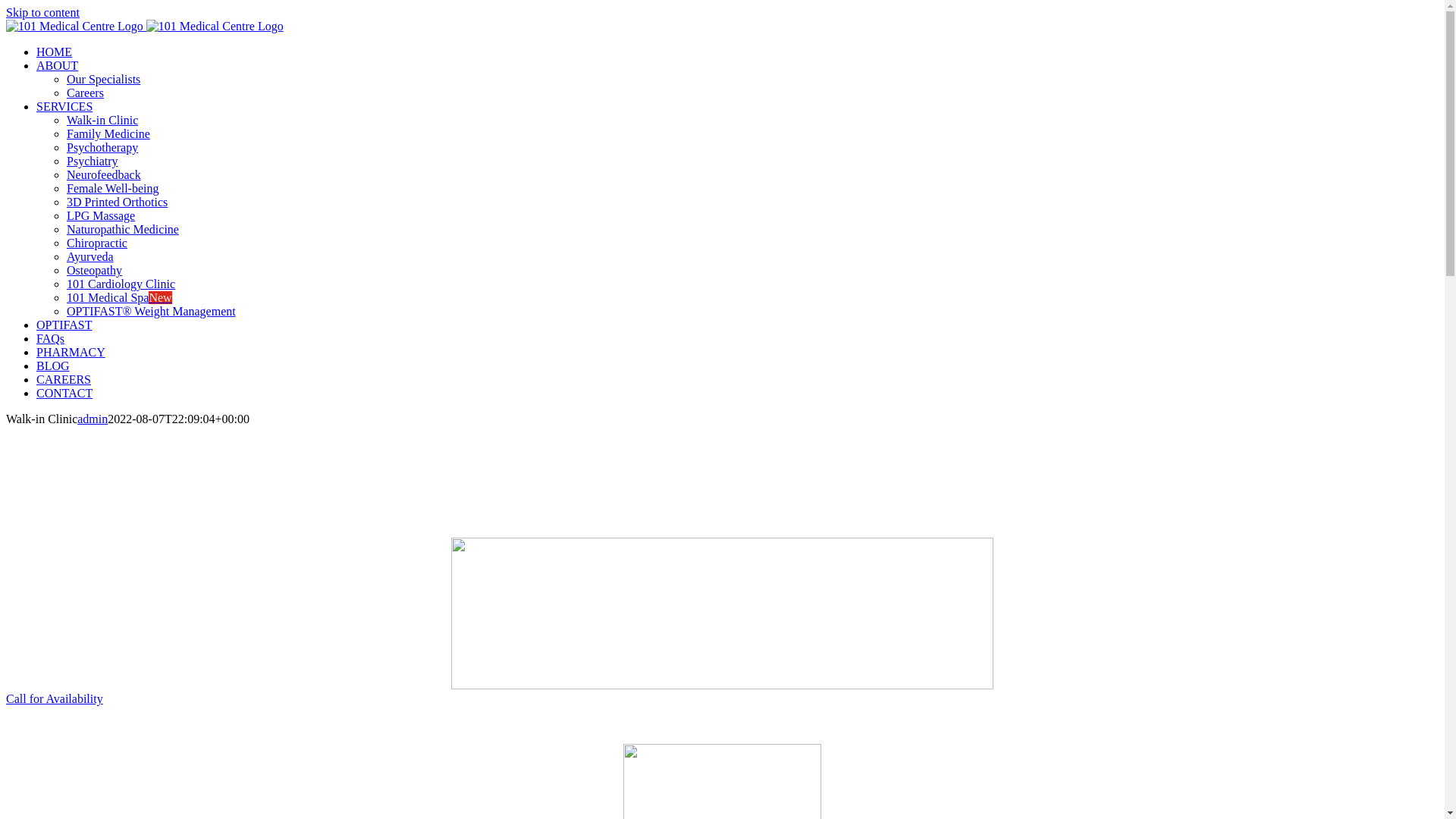  Describe the element at coordinates (42, 12) in the screenshot. I see `'Skip to content'` at that location.